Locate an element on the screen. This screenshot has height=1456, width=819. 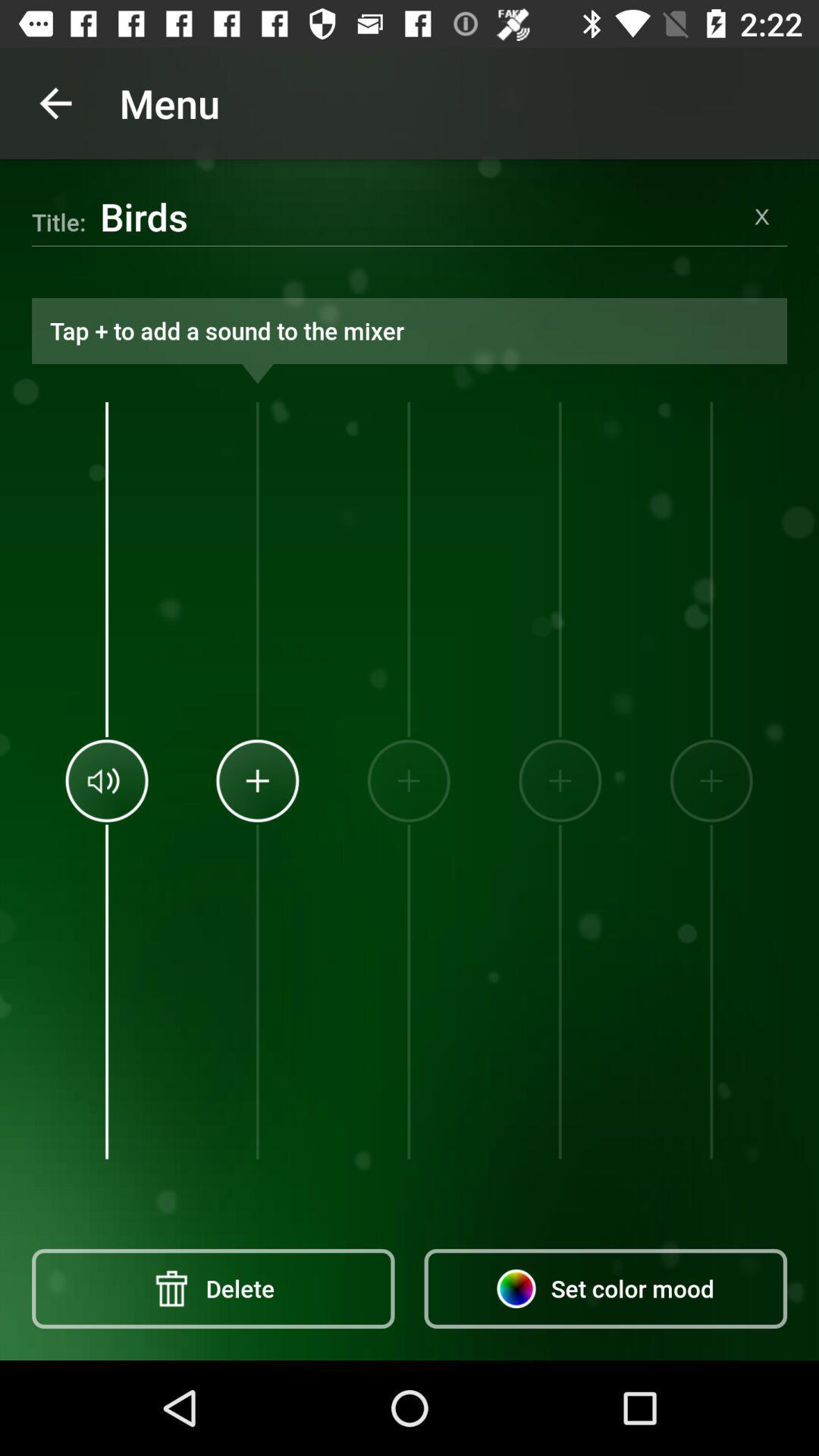
icon to the right of the birds icon is located at coordinates (762, 215).